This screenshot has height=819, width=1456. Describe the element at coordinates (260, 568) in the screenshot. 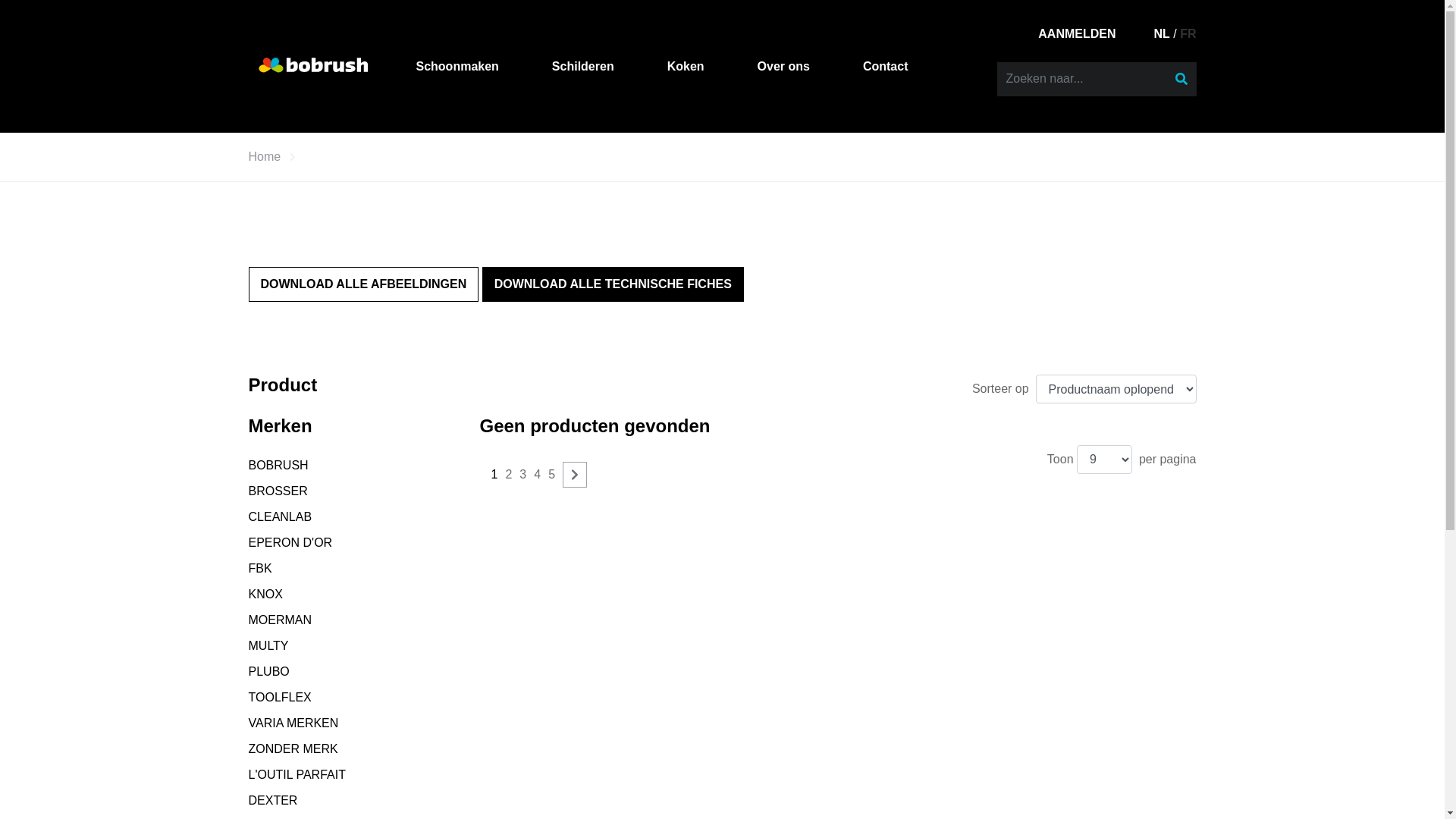

I see `'FBK'` at that location.